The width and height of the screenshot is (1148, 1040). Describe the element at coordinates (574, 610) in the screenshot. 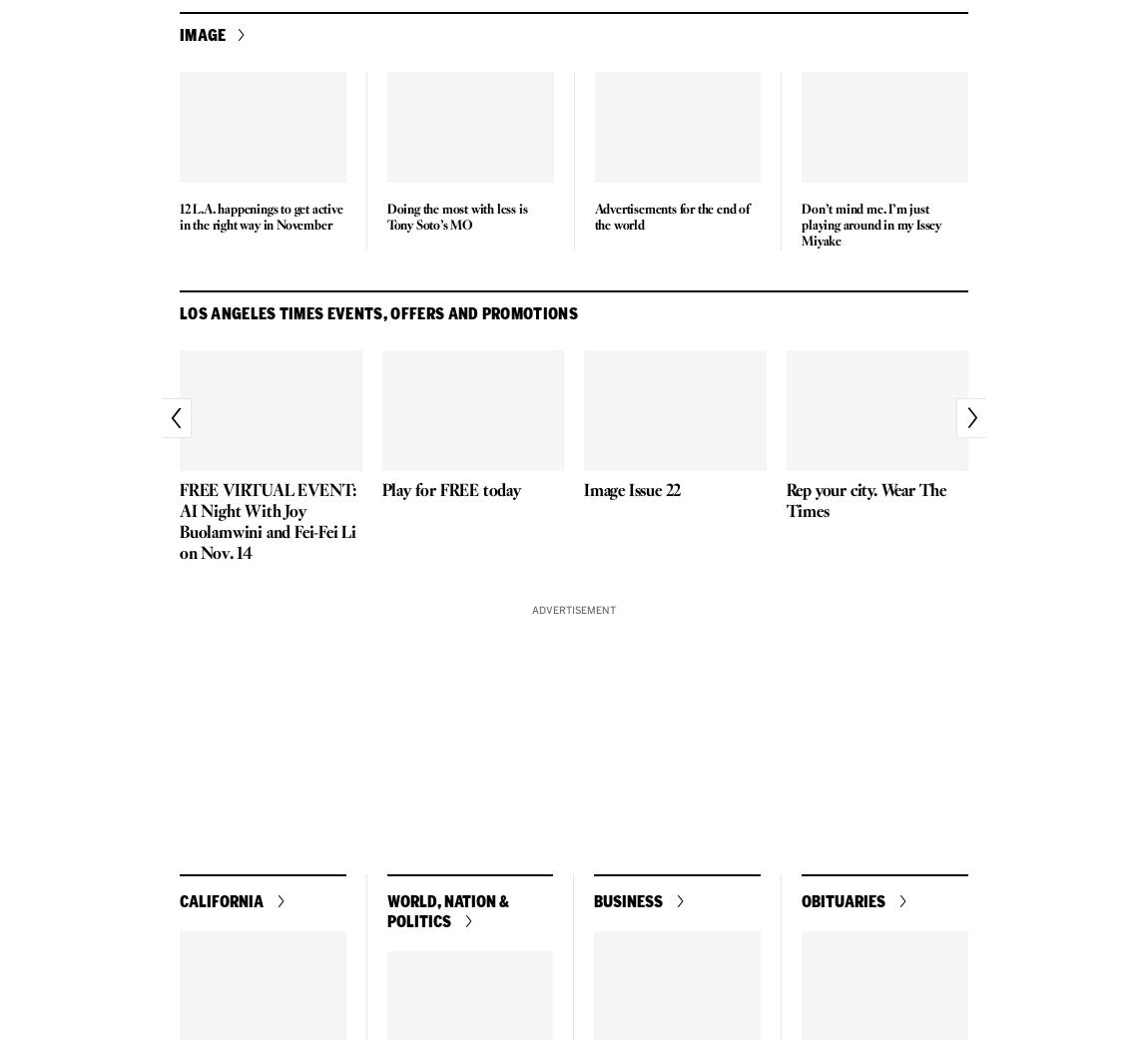

I see `'Advertisement'` at that location.